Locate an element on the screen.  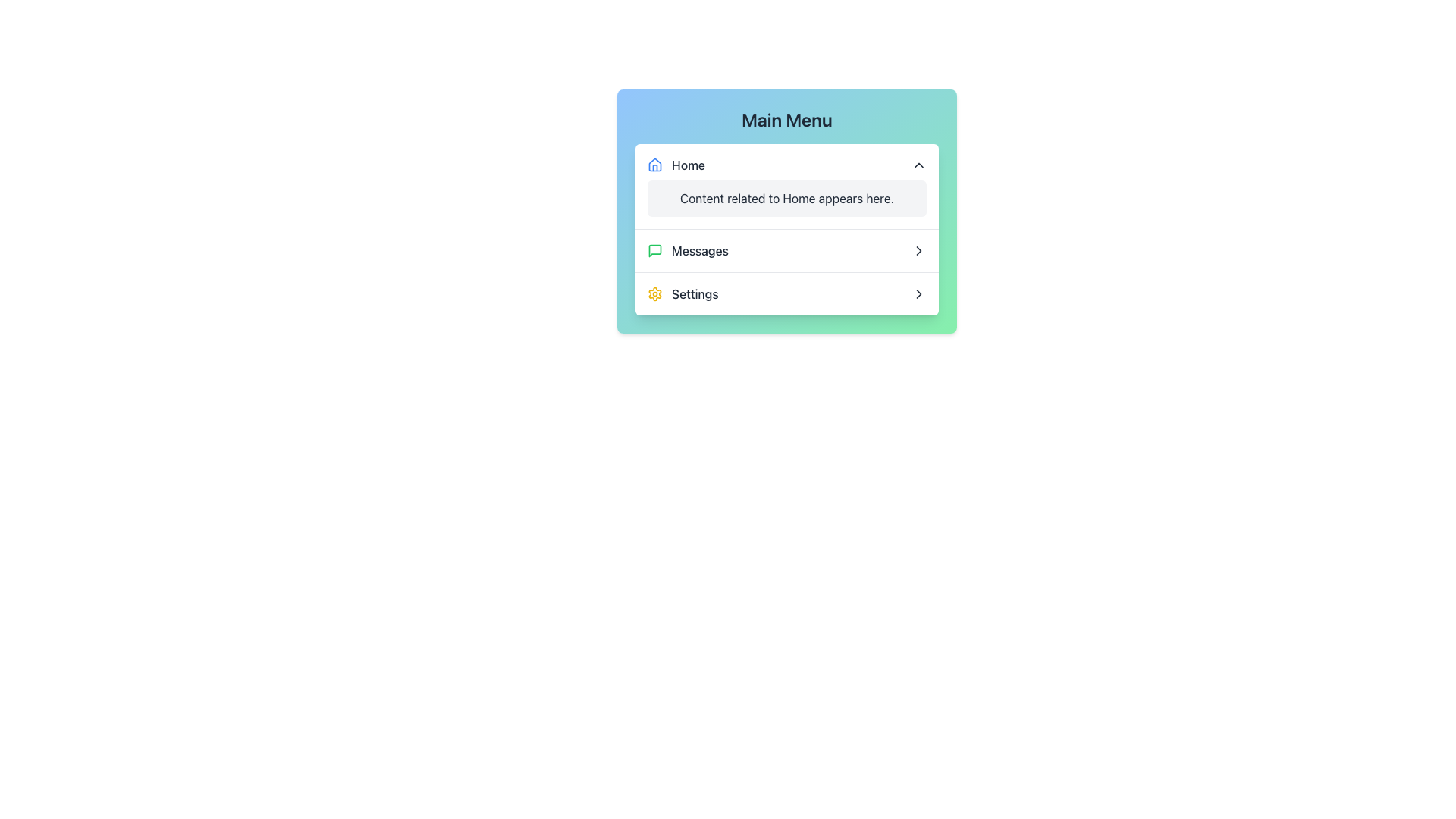
the Text Label that describes the associated button or section represented by the house icon, which indicates the 'Home' section is located at coordinates (687, 165).